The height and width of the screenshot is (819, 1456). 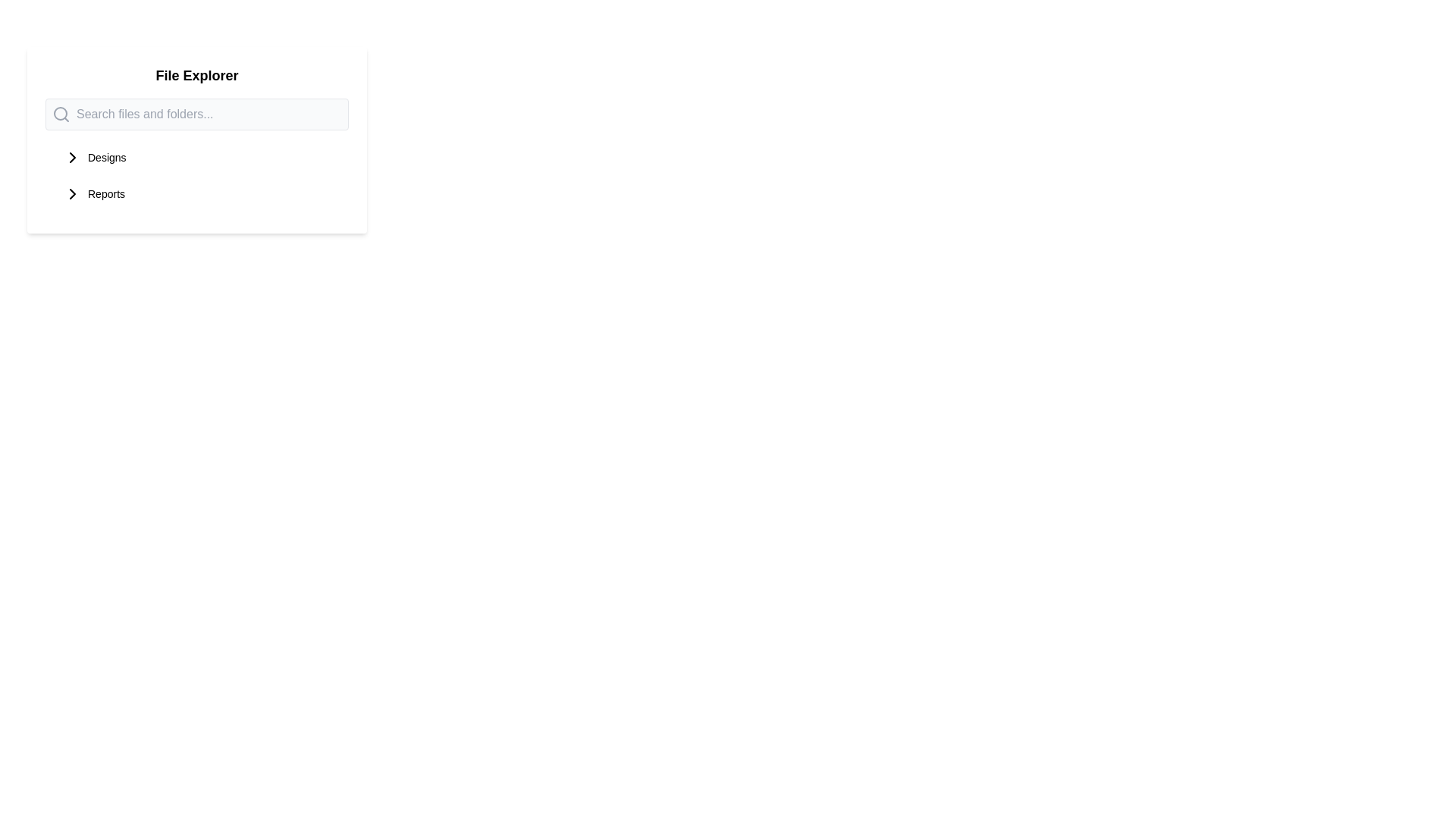 What do you see at coordinates (72, 158) in the screenshot?
I see `the chevron right icon located to the left of the 'Designs' text in the file explorer panel to trigger potential hover effects` at bounding box center [72, 158].